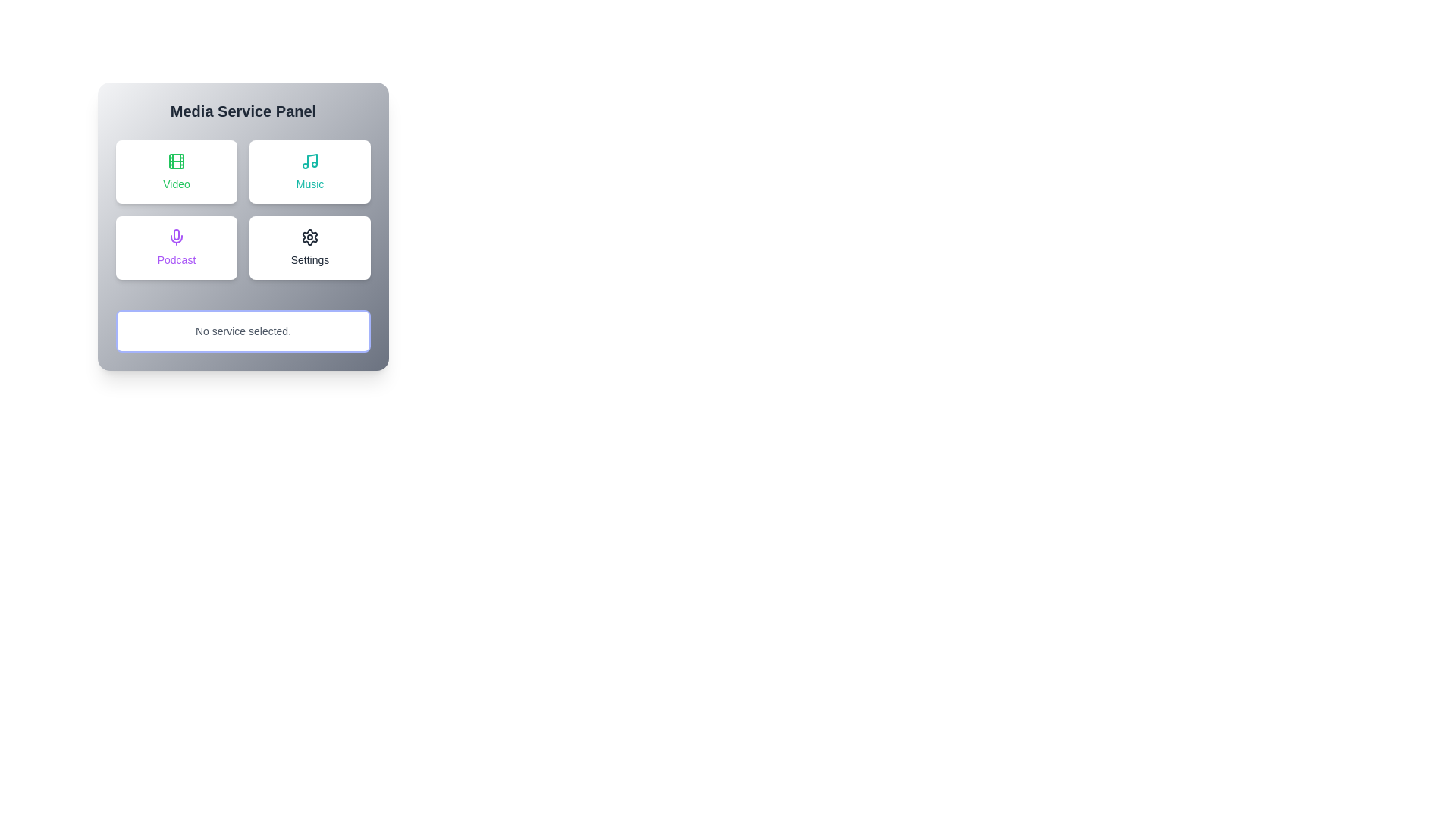 This screenshot has height=819, width=1456. I want to click on the cogwheel icon in the bottom-right section of the grid, so click(309, 237).